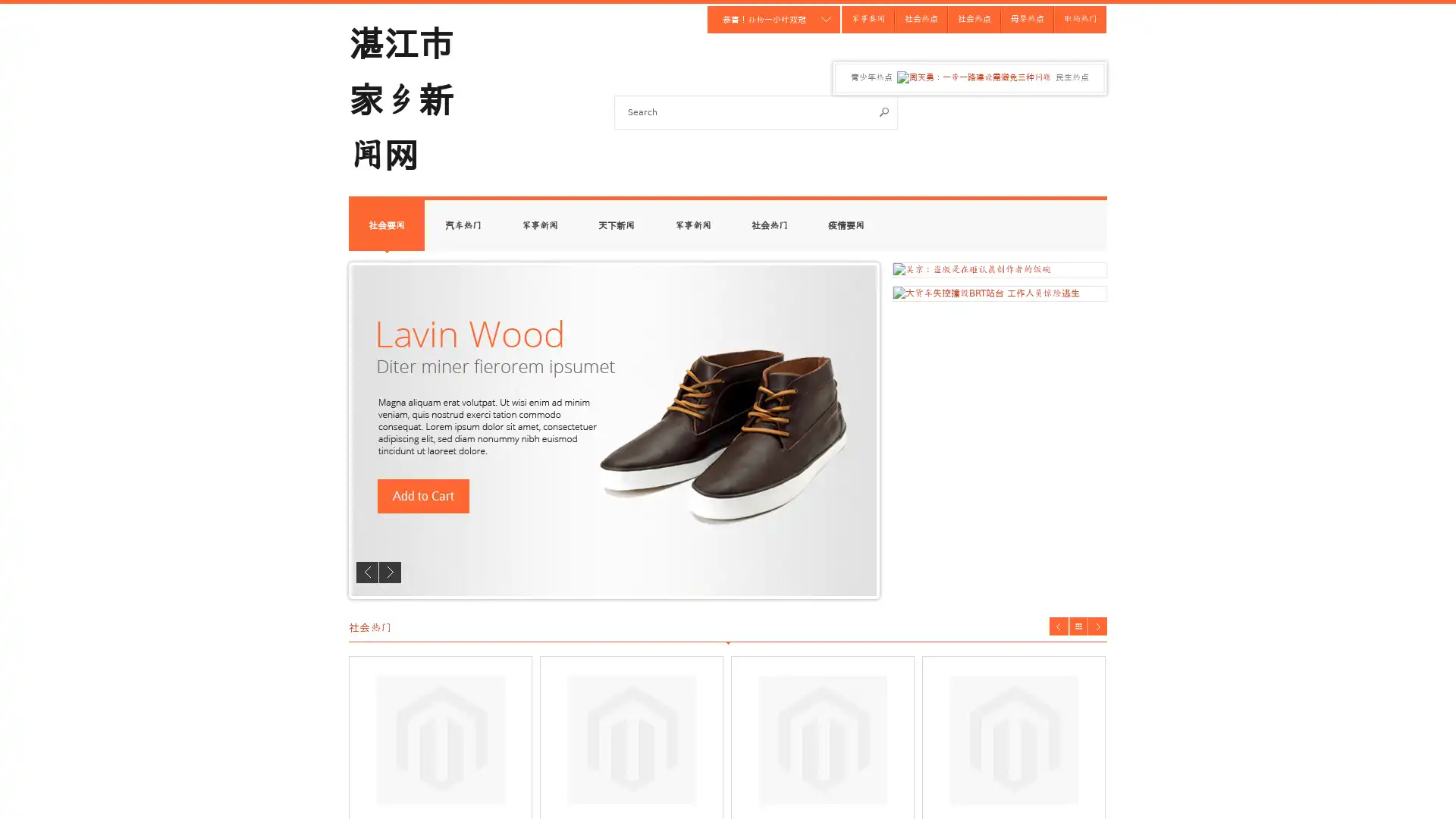 The height and width of the screenshot is (819, 1456). I want to click on Search, so click(884, 111).